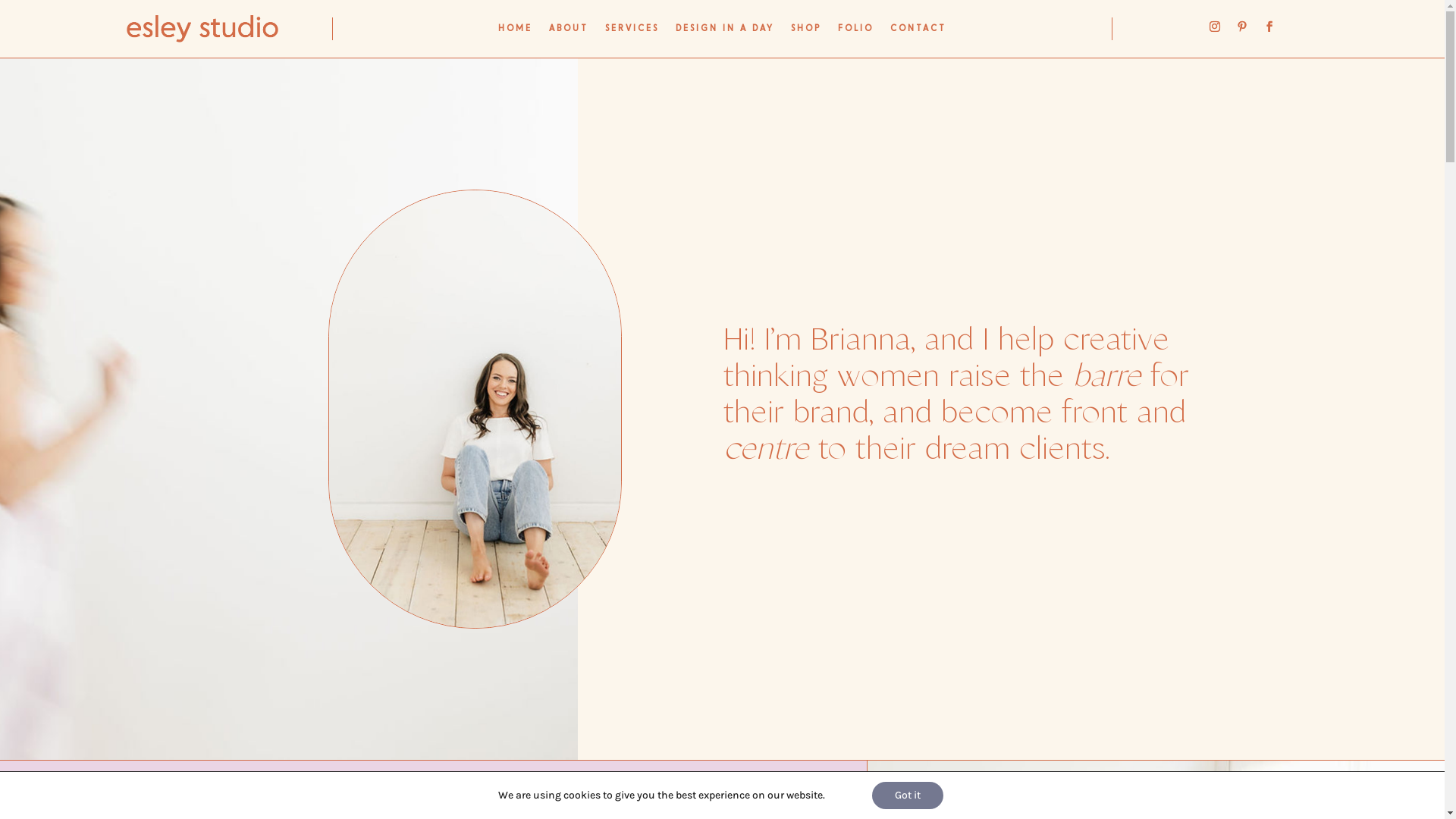  Describe the element at coordinates (567, 32) in the screenshot. I see `'ABOUT'` at that location.